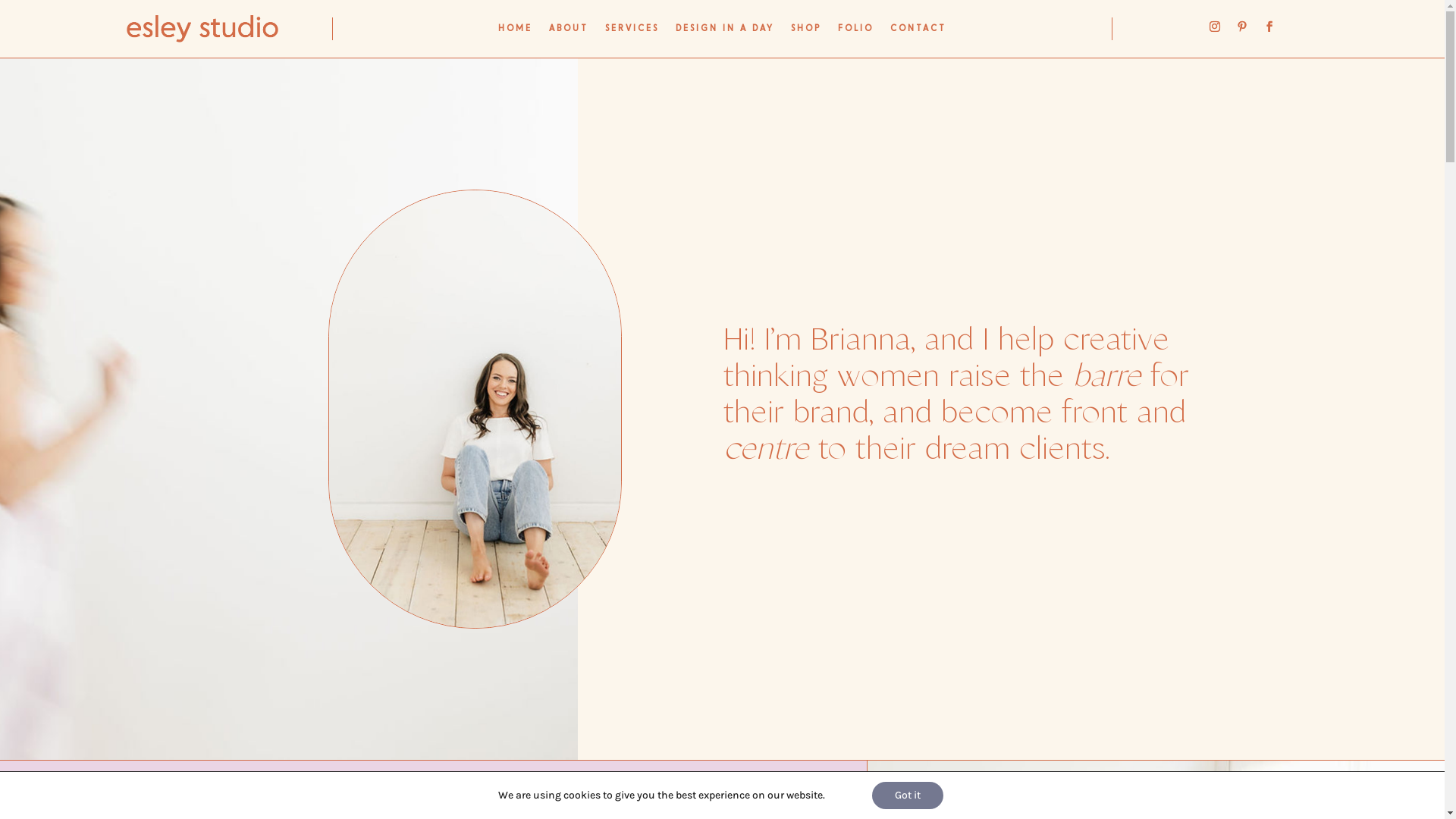  Describe the element at coordinates (567, 32) in the screenshot. I see `'ABOUT'` at that location.